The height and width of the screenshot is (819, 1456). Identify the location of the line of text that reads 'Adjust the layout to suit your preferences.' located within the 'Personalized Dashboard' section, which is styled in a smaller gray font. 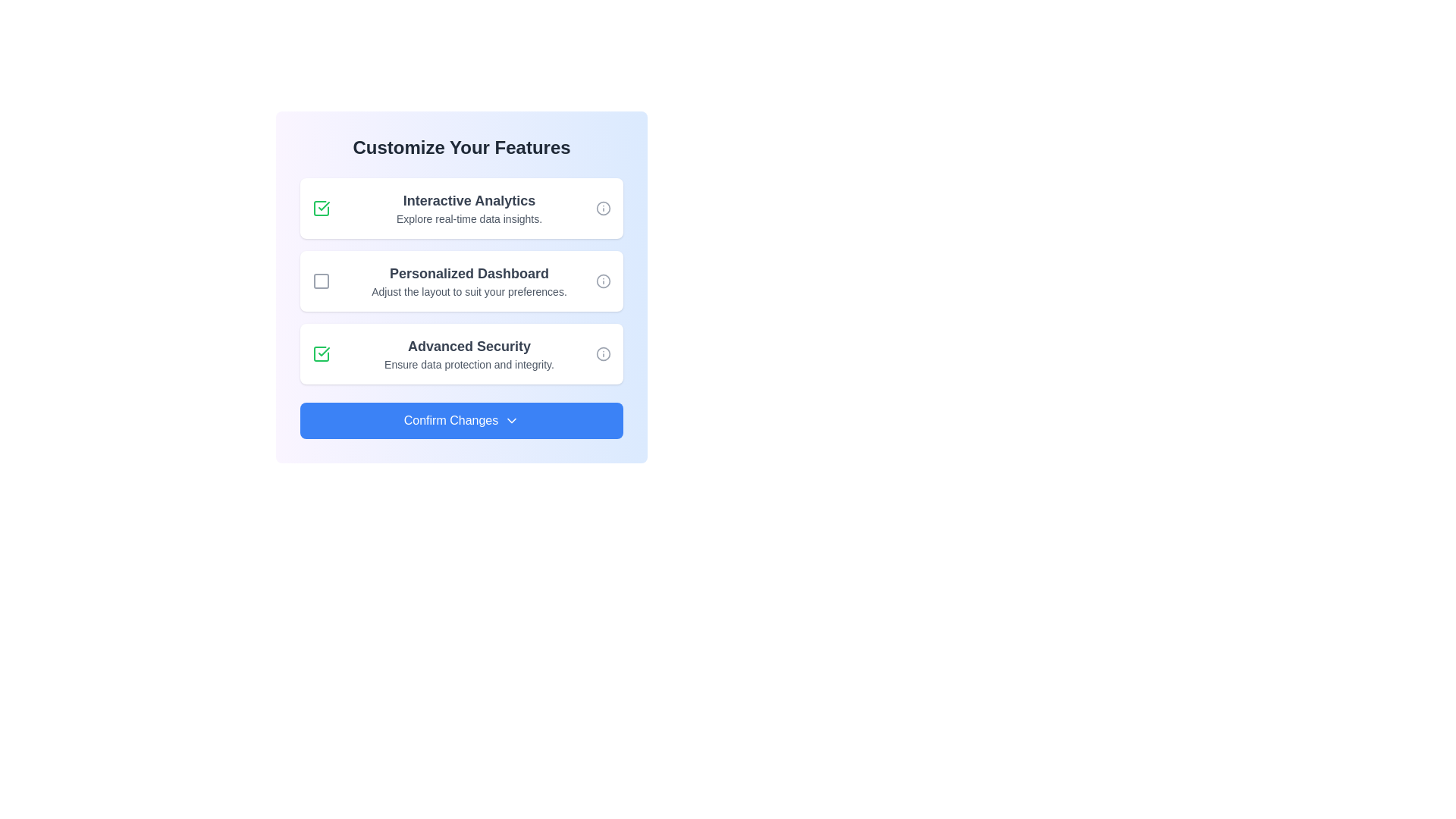
(469, 292).